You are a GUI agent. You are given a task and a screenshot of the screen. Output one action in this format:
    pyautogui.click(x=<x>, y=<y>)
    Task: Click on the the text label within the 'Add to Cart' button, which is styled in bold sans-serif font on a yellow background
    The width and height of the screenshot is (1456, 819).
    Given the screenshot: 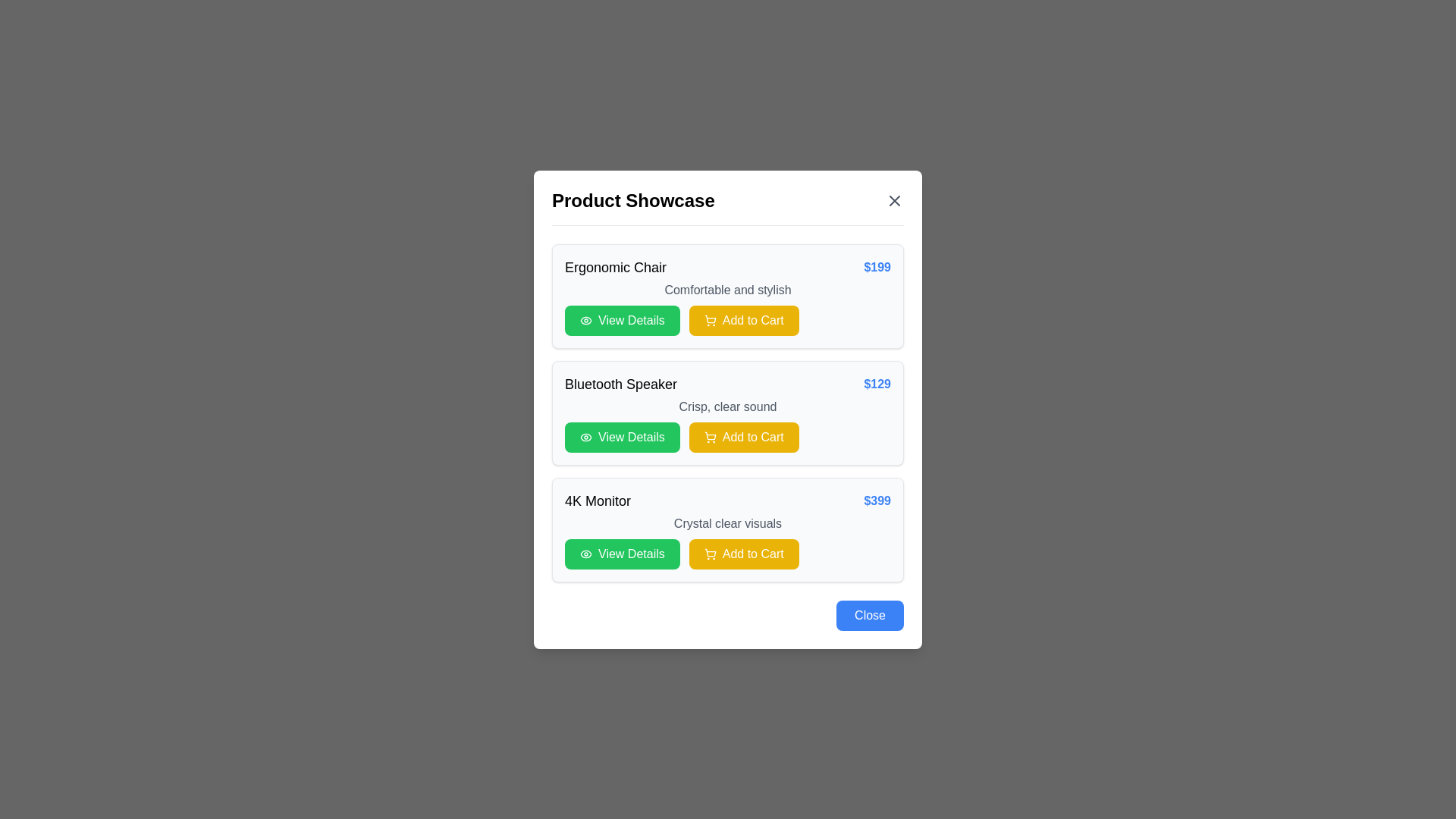 What is the action you would take?
    pyautogui.click(x=753, y=319)
    